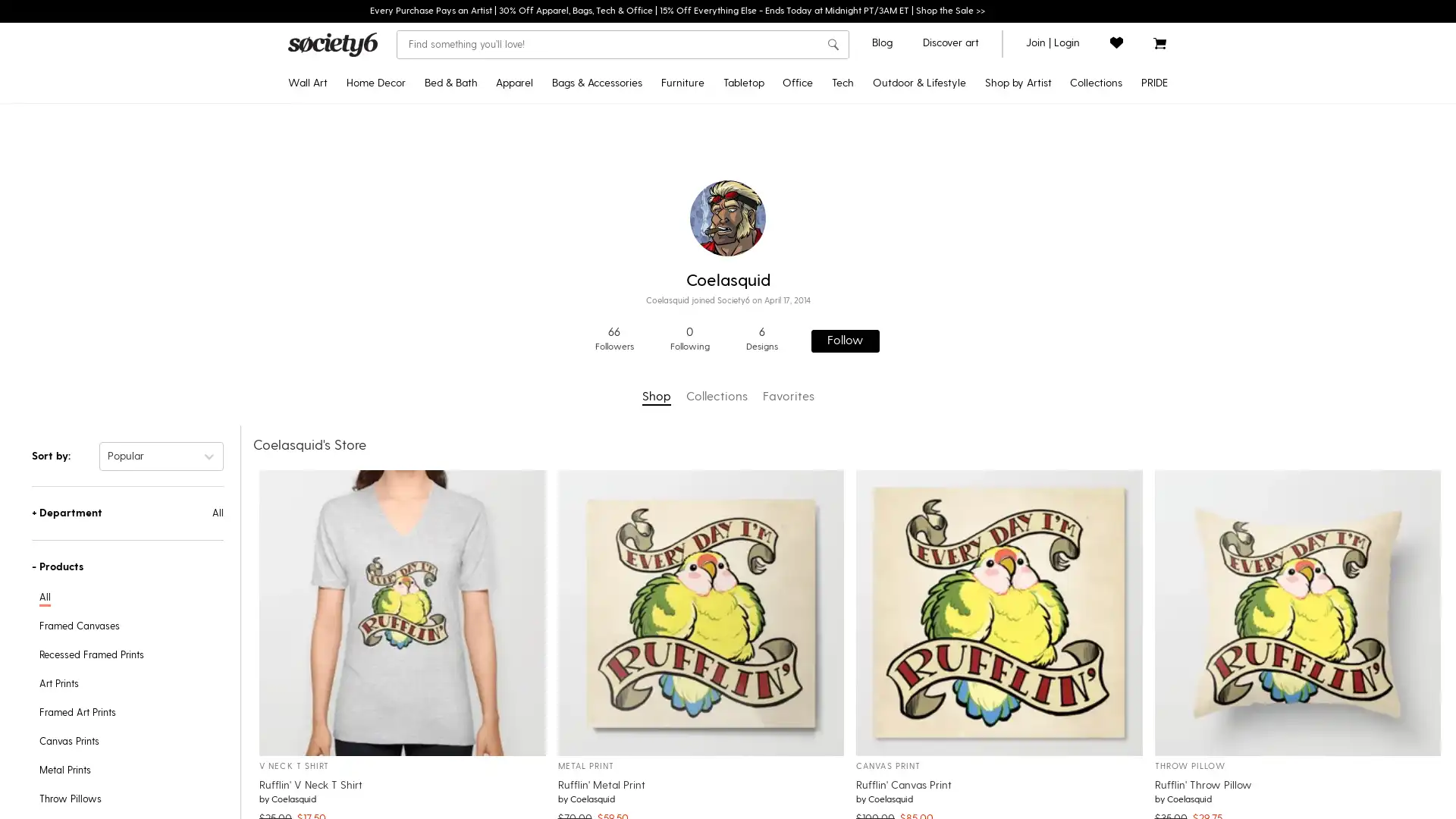 This screenshot has height=819, width=1456. What do you see at coordinates (562, 219) in the screenshot?
I see `All Over Graphic Tees` at bounding box center [562, 219].